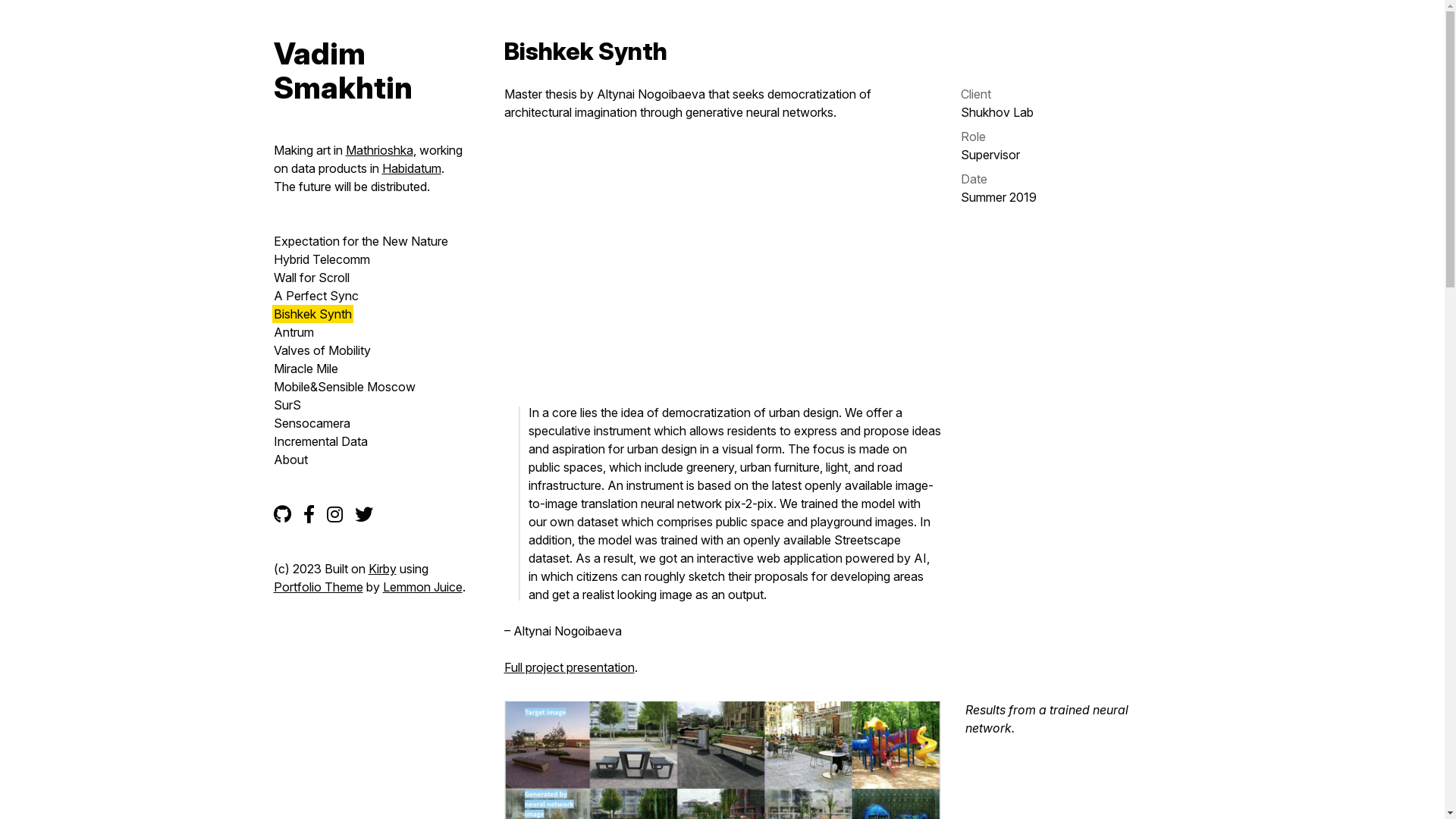  What do you see at coordinates (290, 458) in the screenshot?
I see `'About'` at bounding box center [290, 458].